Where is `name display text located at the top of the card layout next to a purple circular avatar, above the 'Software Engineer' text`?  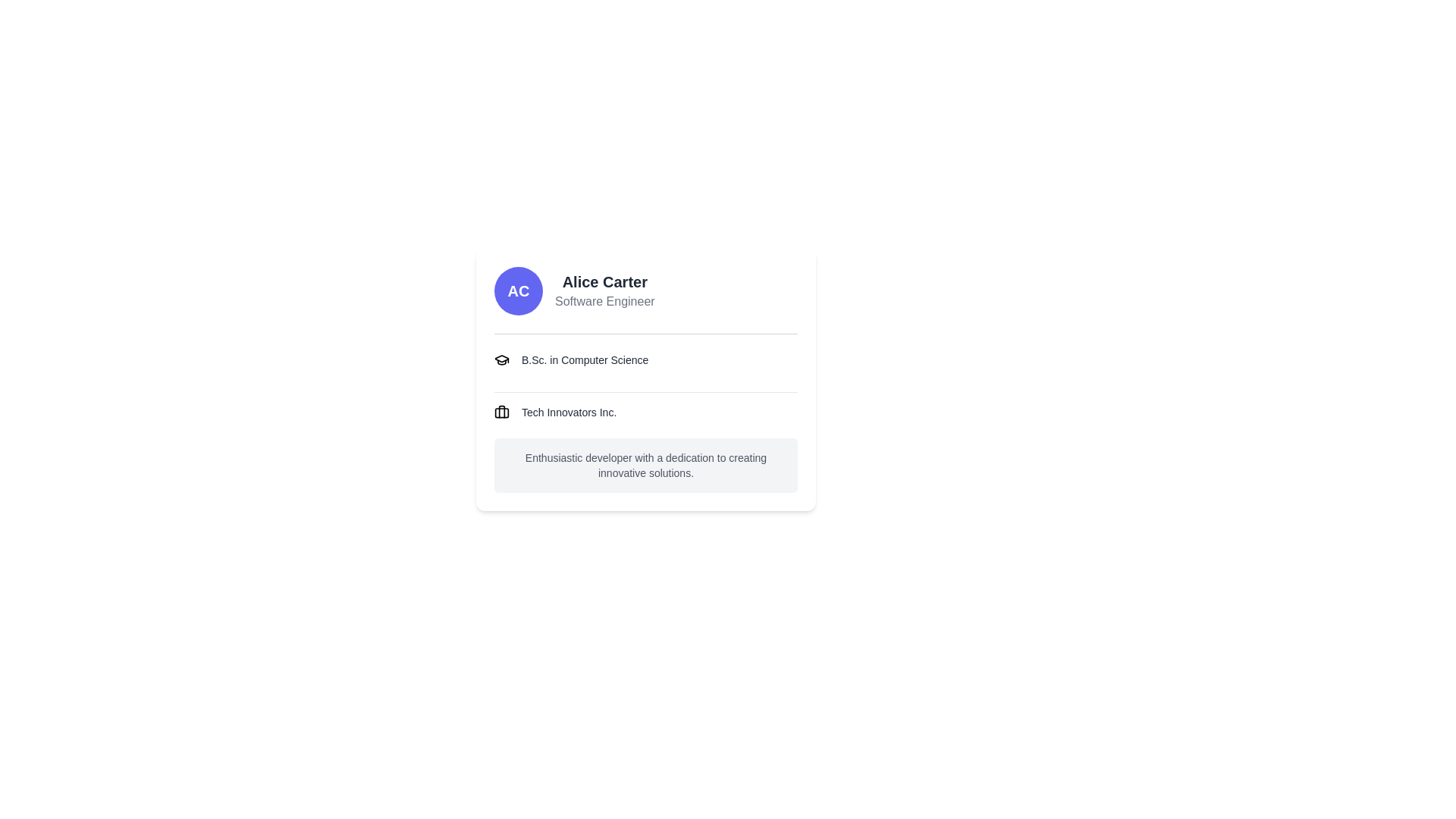
name display text located at the top of the card layout next to a purple circular avatar, above the 'Software Engineer' text is located at coordinates (604, 281).